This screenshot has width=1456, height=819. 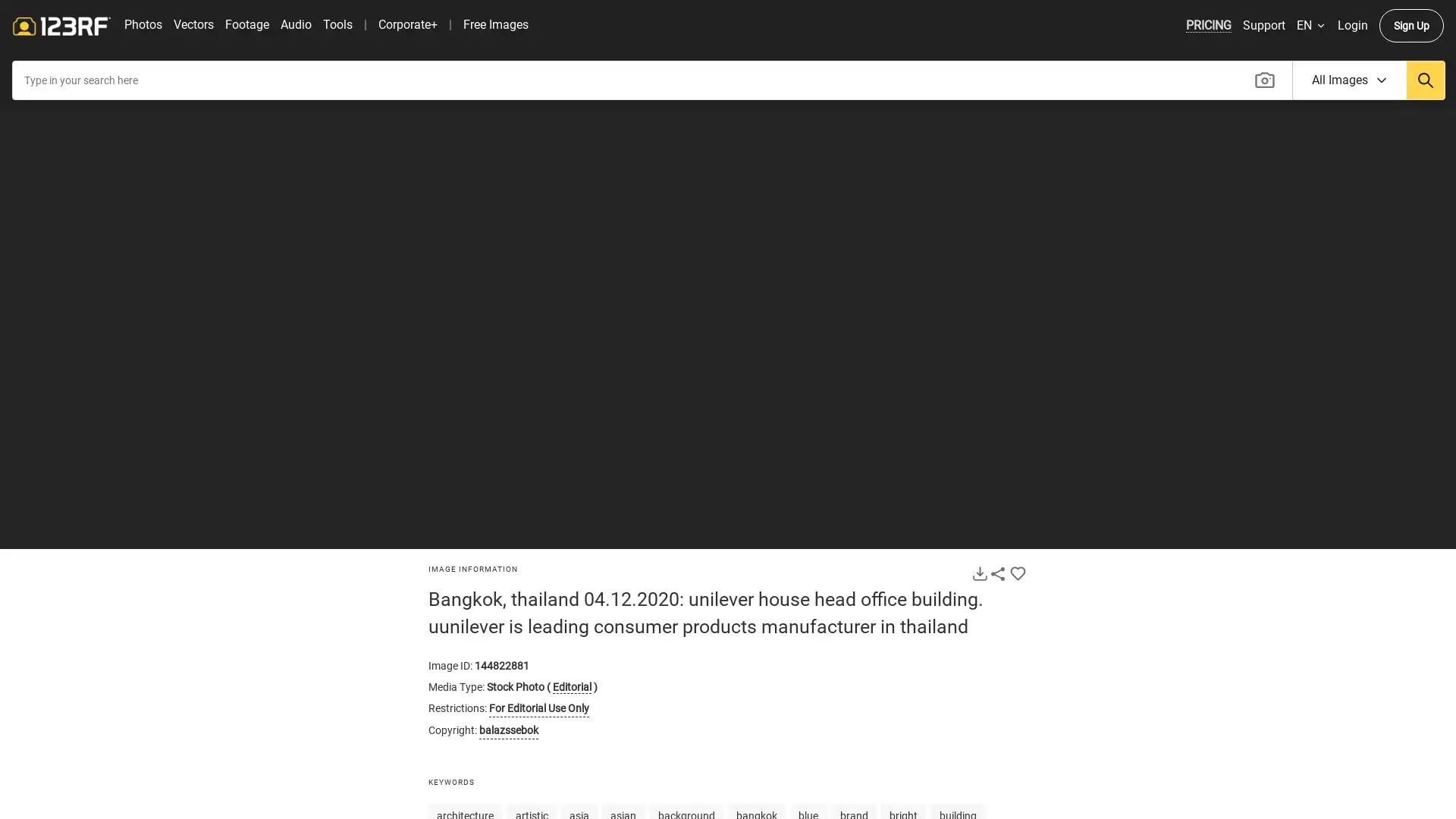 What do you see at coordinates (1193, 563) in the screenshot?
I see `Compare` at bounding box center [1193, 563].